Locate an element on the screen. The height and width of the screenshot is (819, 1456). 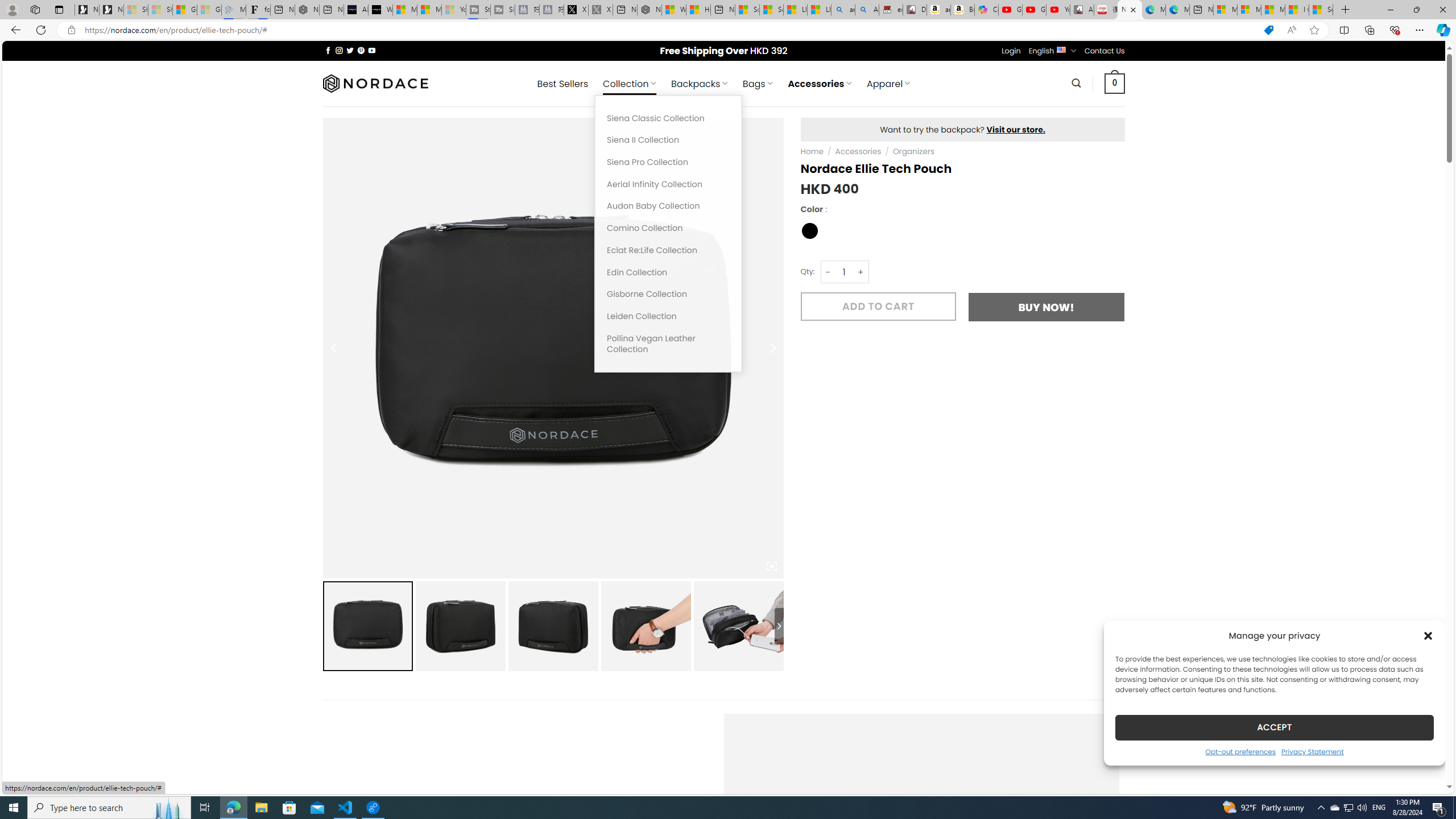
'Follow on Pinterest' is located at coordinates (359, 50).